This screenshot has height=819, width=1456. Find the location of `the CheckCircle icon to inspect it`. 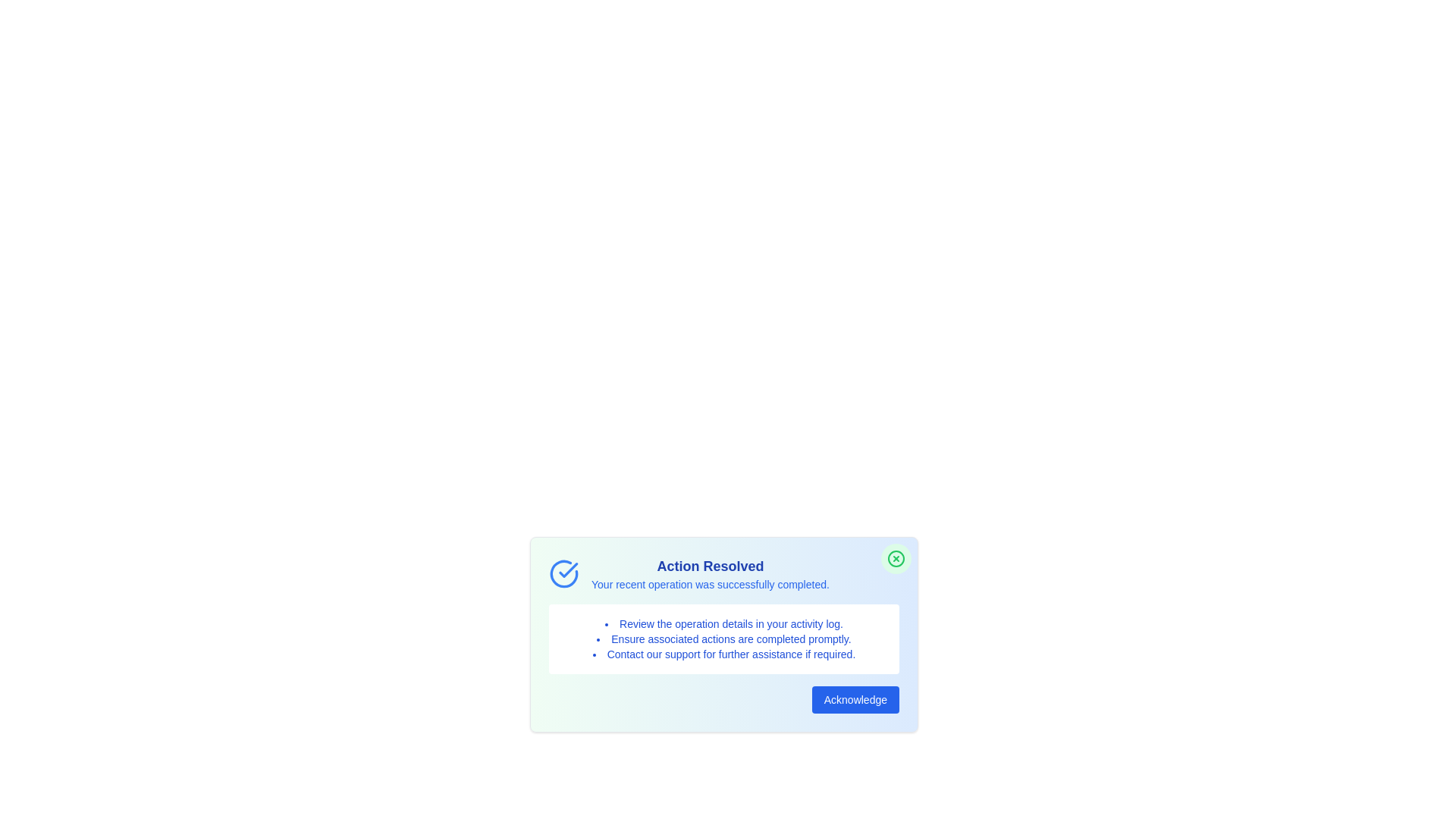

the CheckCircle icon to inspect it is located at coordinates (563, 573).